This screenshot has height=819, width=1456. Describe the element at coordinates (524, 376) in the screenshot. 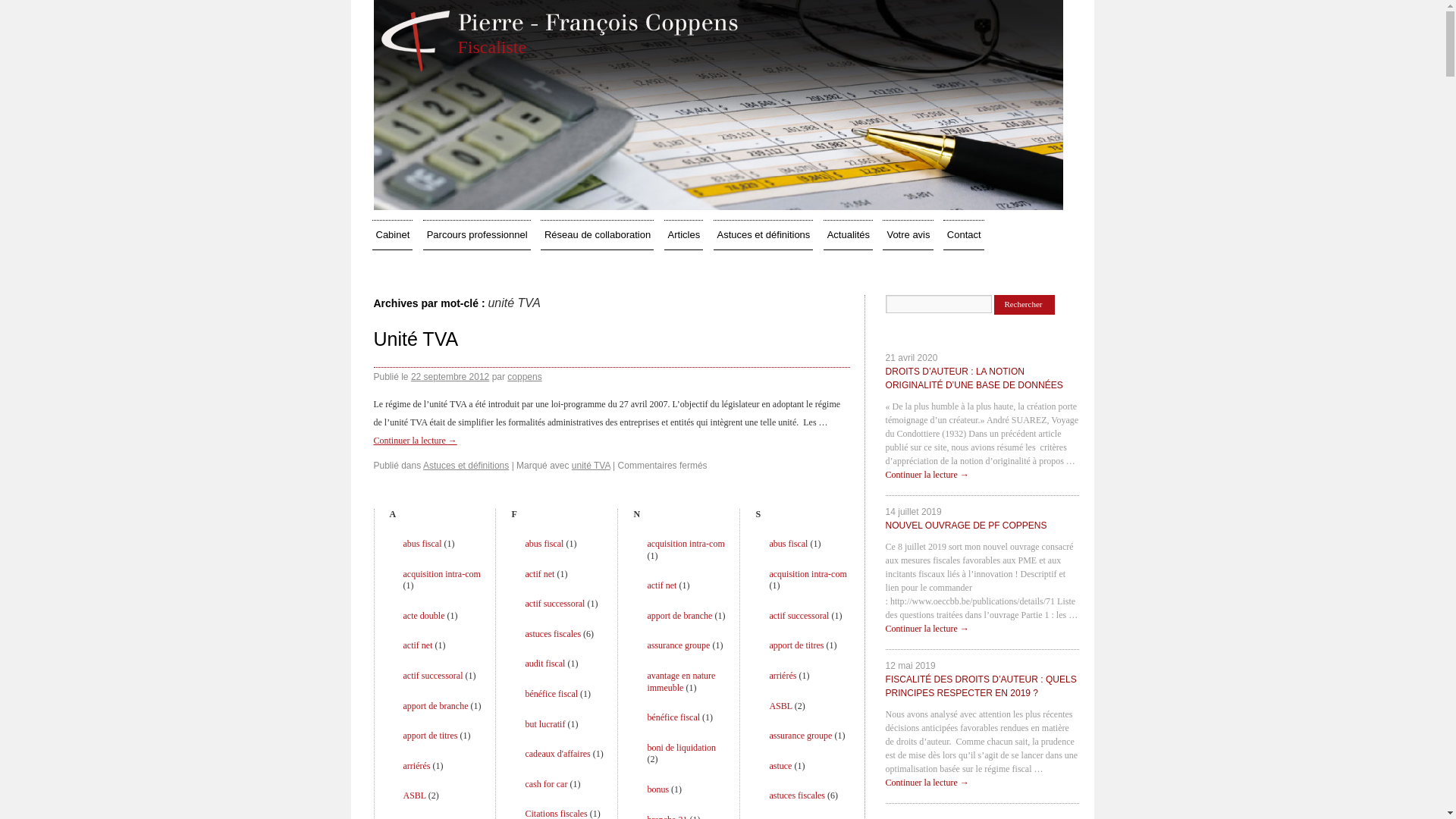

I see `'coppens'` at that location.